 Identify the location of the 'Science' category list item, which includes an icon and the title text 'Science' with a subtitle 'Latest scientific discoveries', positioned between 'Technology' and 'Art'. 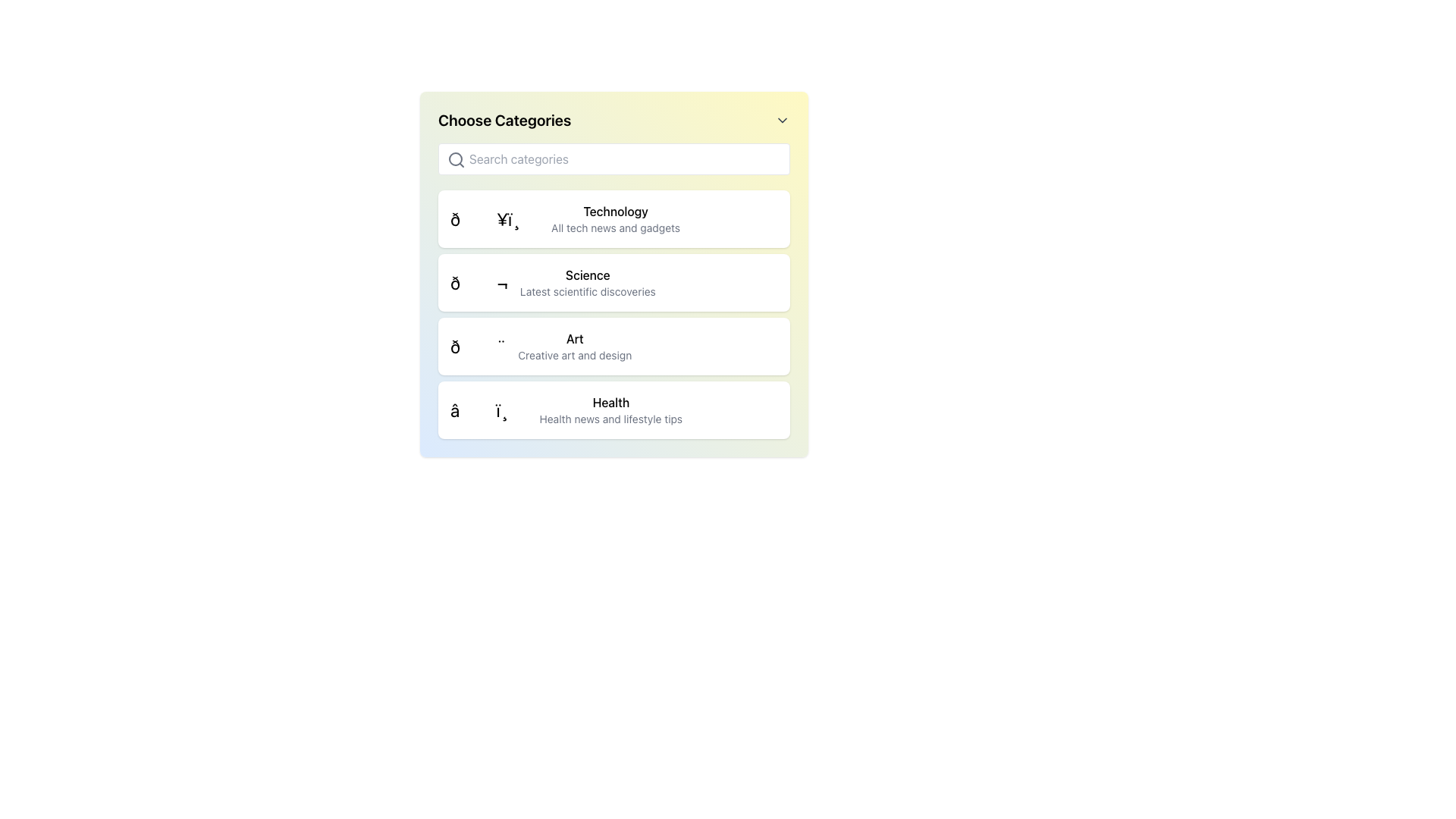
(552, 283).